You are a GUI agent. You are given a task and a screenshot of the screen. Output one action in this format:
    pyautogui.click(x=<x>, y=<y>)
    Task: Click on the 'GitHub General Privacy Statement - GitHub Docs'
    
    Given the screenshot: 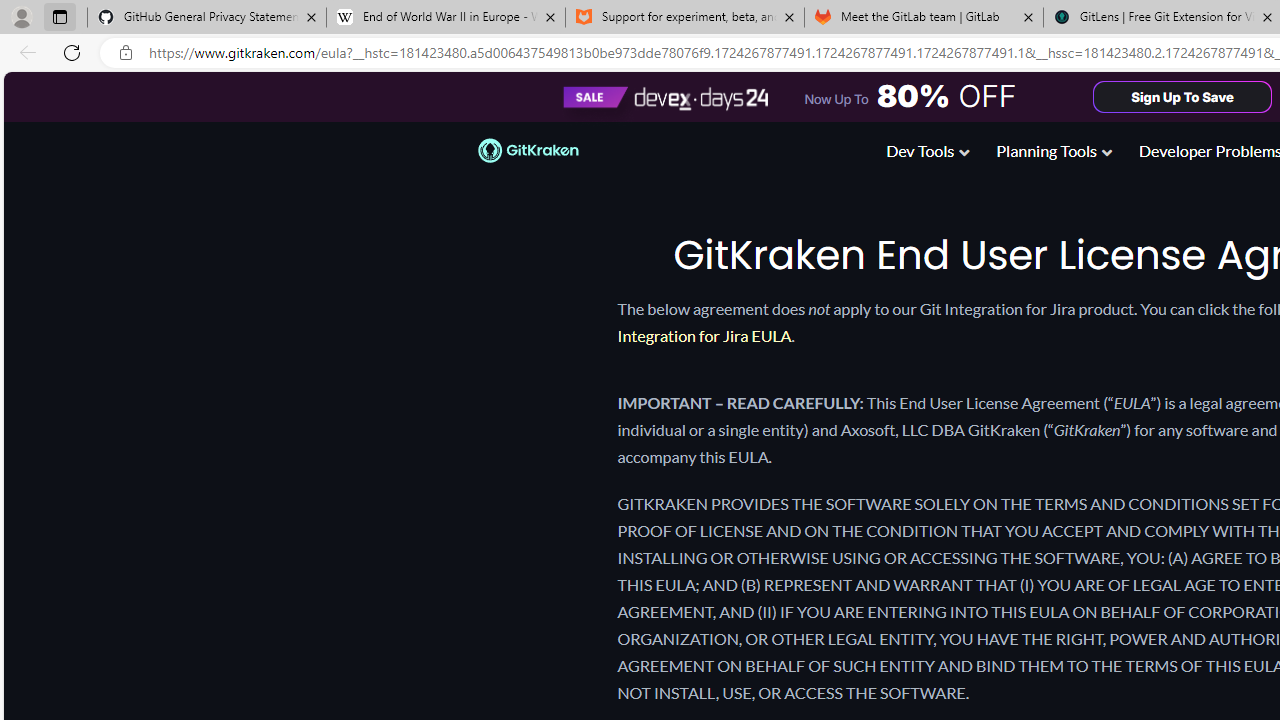 What is the action you would take?
    pyautogui.click(x=207, y=17)
    